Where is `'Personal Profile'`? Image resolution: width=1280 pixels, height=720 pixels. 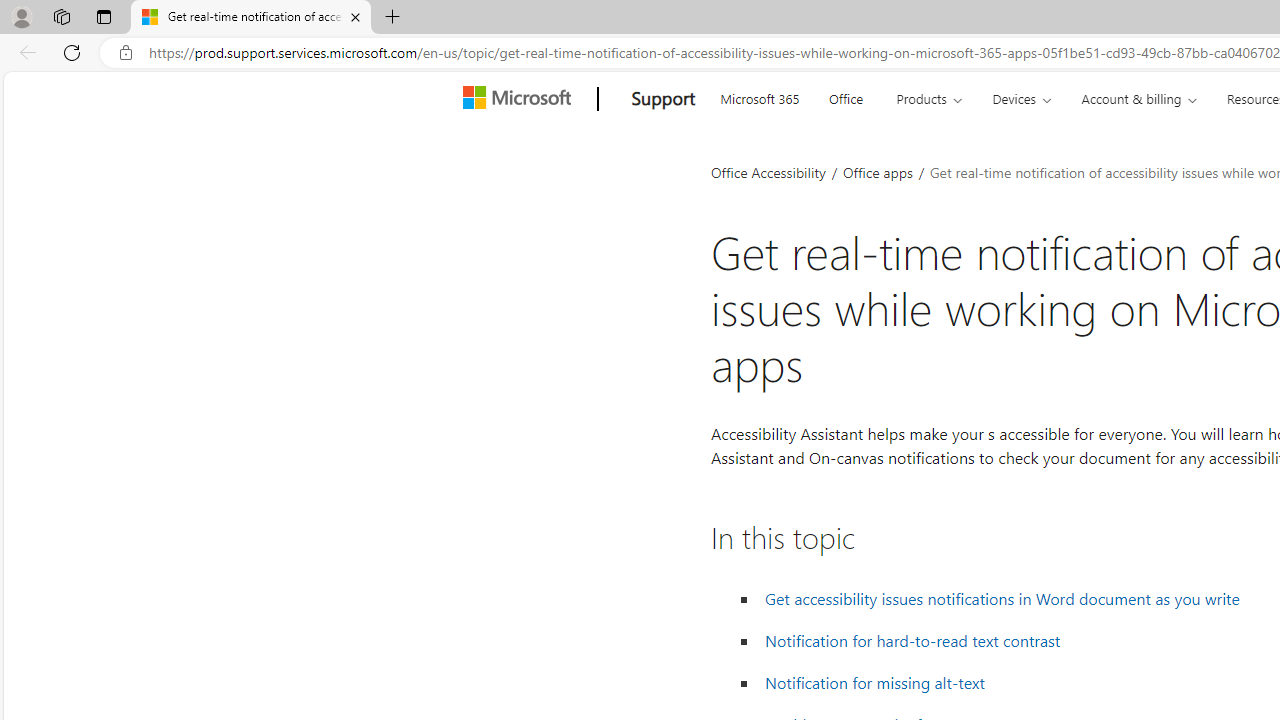
'Personal Profile' is located at coordinates (21, 16).